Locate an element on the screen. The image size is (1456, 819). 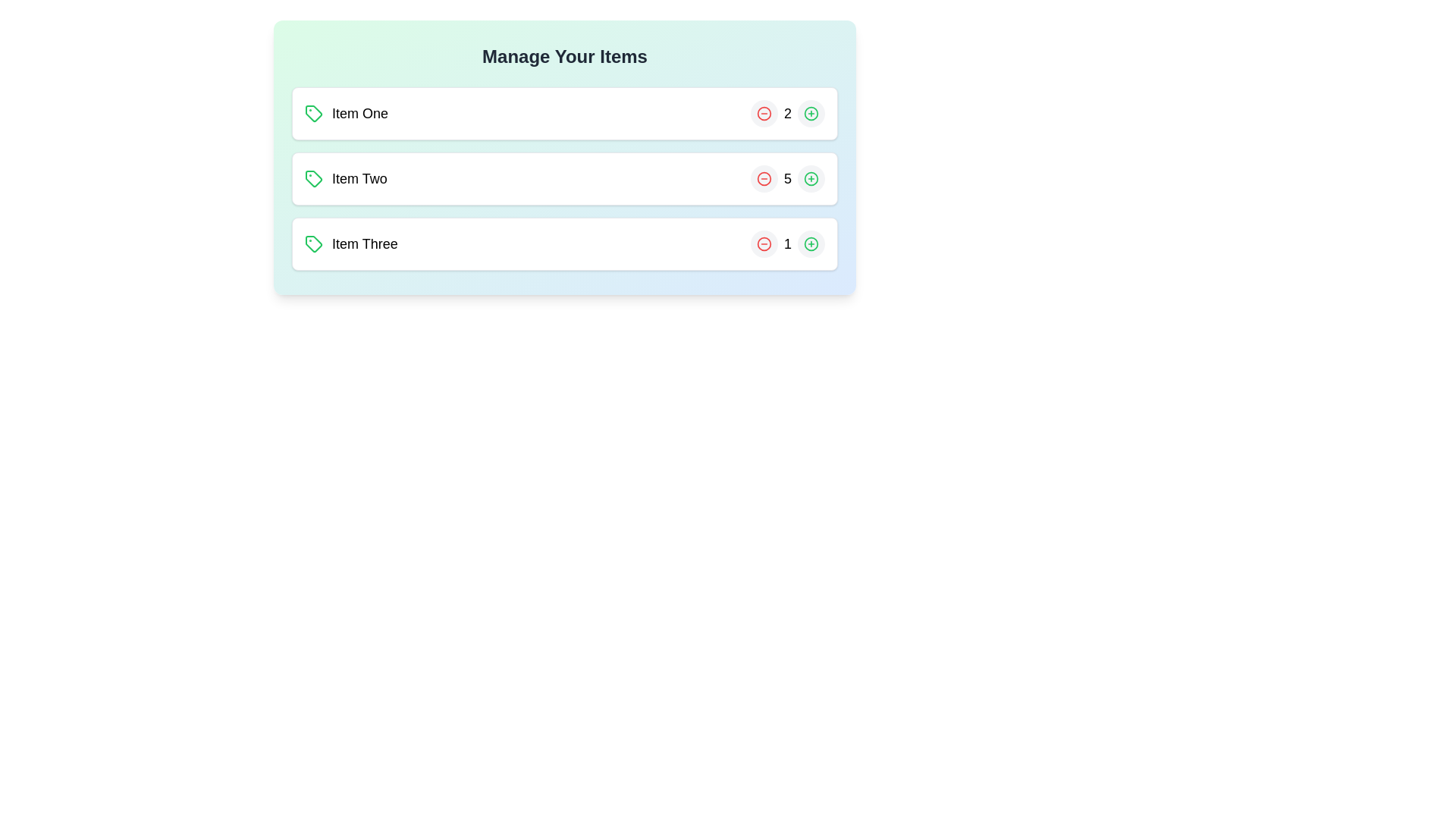
plus button for the item Item One to increase its quantity is located at coordinates (811, 113).